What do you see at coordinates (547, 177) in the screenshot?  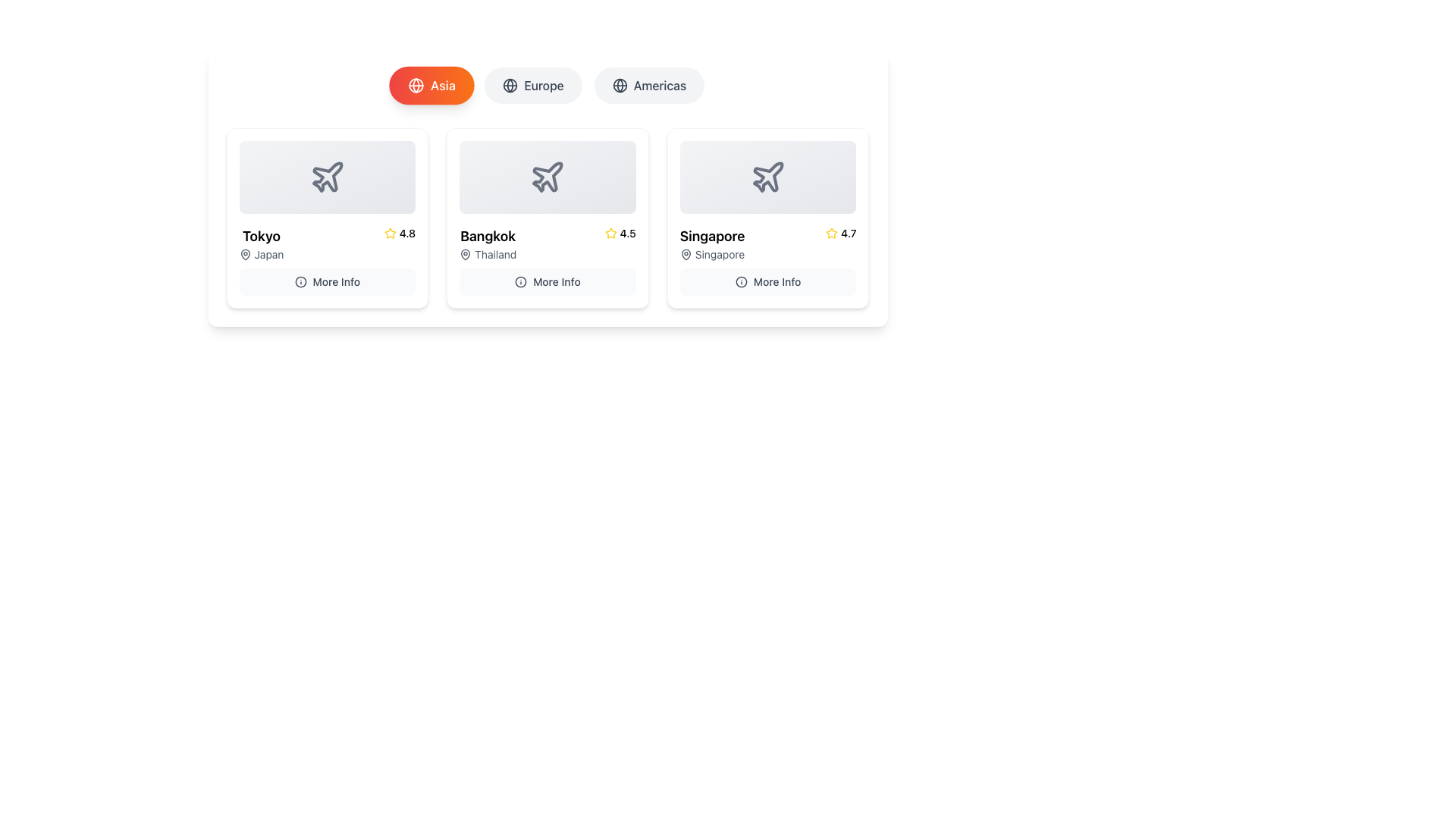 I see `the decorative vector icon indicating travel for the Bangkok destination card, which is the second card in the sequence of three cards beneath the navigation bar` at bounding box center [547, 177].